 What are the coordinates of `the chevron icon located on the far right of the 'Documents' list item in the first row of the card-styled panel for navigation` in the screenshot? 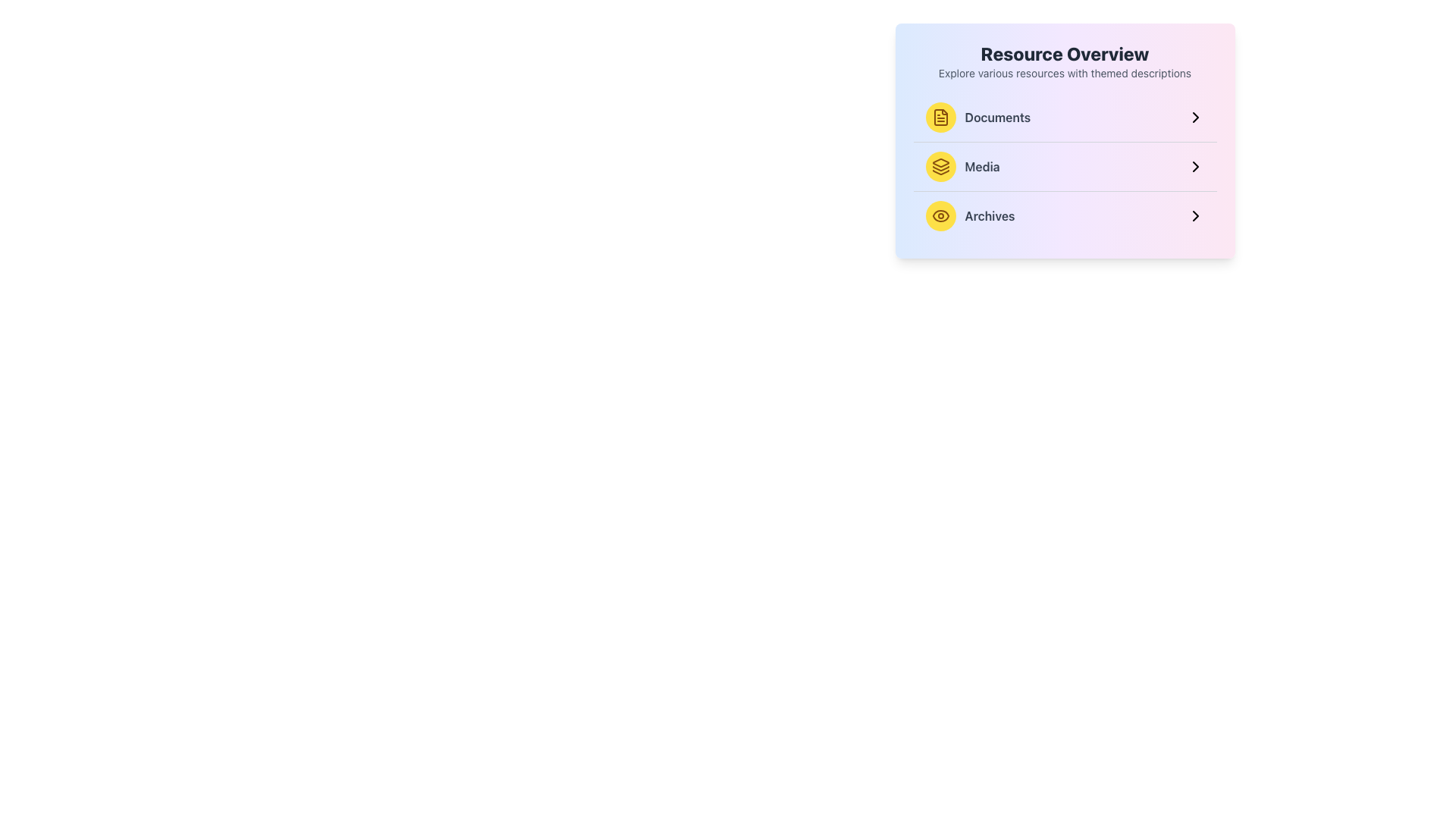 It's located at (1194, 116).